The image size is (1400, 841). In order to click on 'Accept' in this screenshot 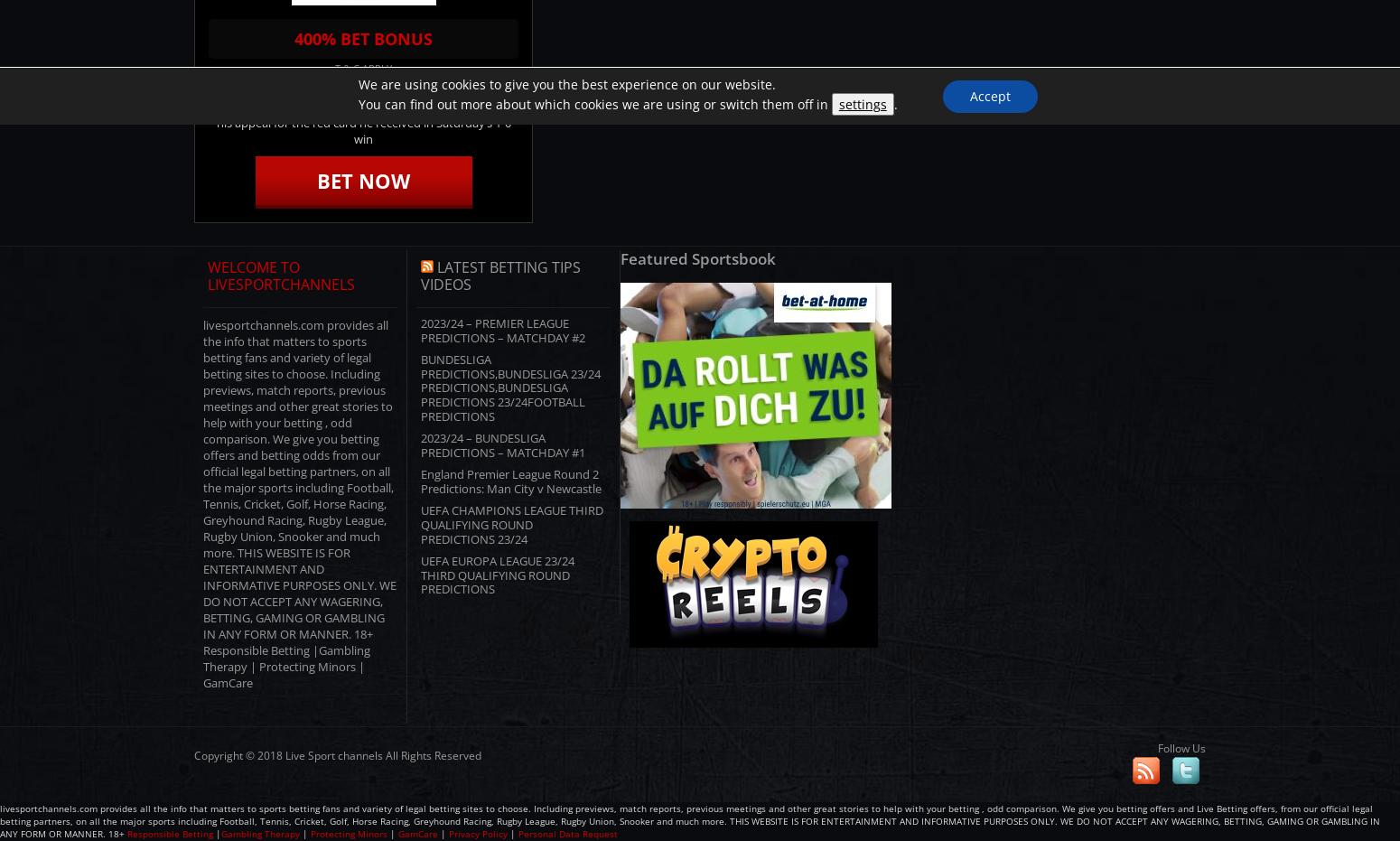, I will do `click(989, 95)`.